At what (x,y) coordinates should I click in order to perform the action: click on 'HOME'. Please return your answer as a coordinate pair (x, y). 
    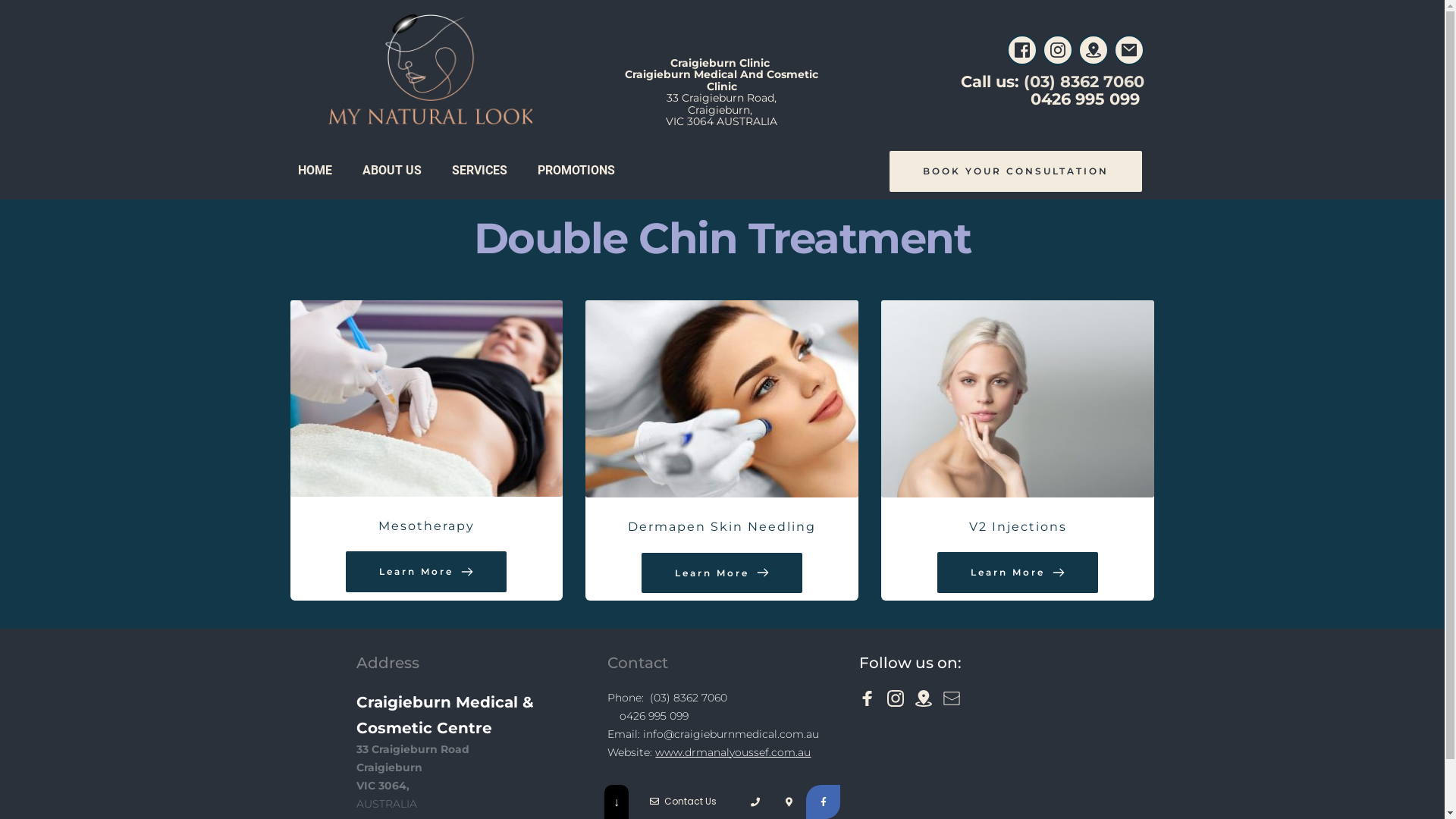
    Looking at the image, I should click on (313, 170).